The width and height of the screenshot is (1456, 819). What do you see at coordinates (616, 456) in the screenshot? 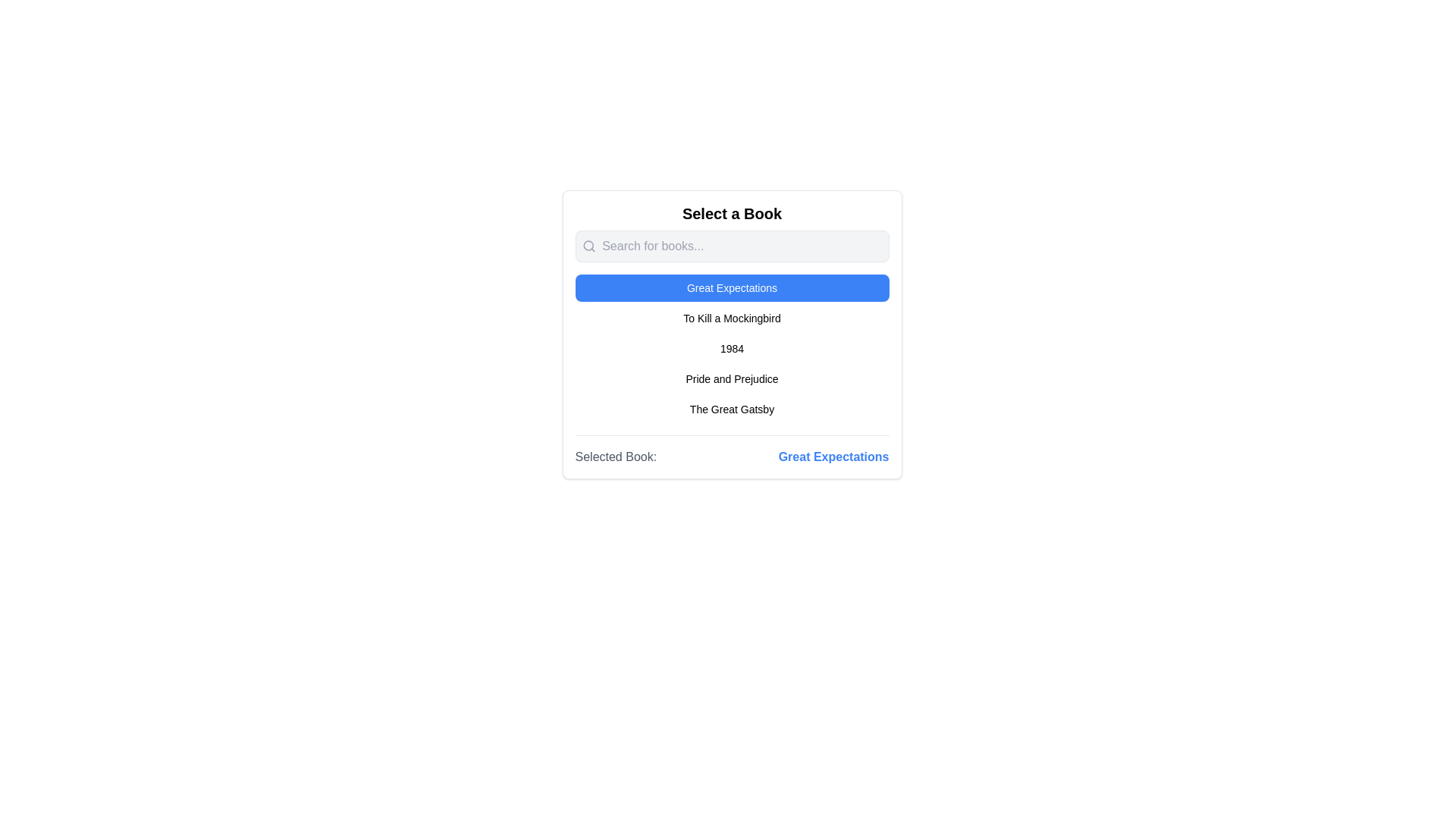
I see `the static text label that indicates the purpose of the adjacent element displaying the title of the user's selected book, located to the left of the 'Great Expectations' text element` at bounding box center [616, 456].